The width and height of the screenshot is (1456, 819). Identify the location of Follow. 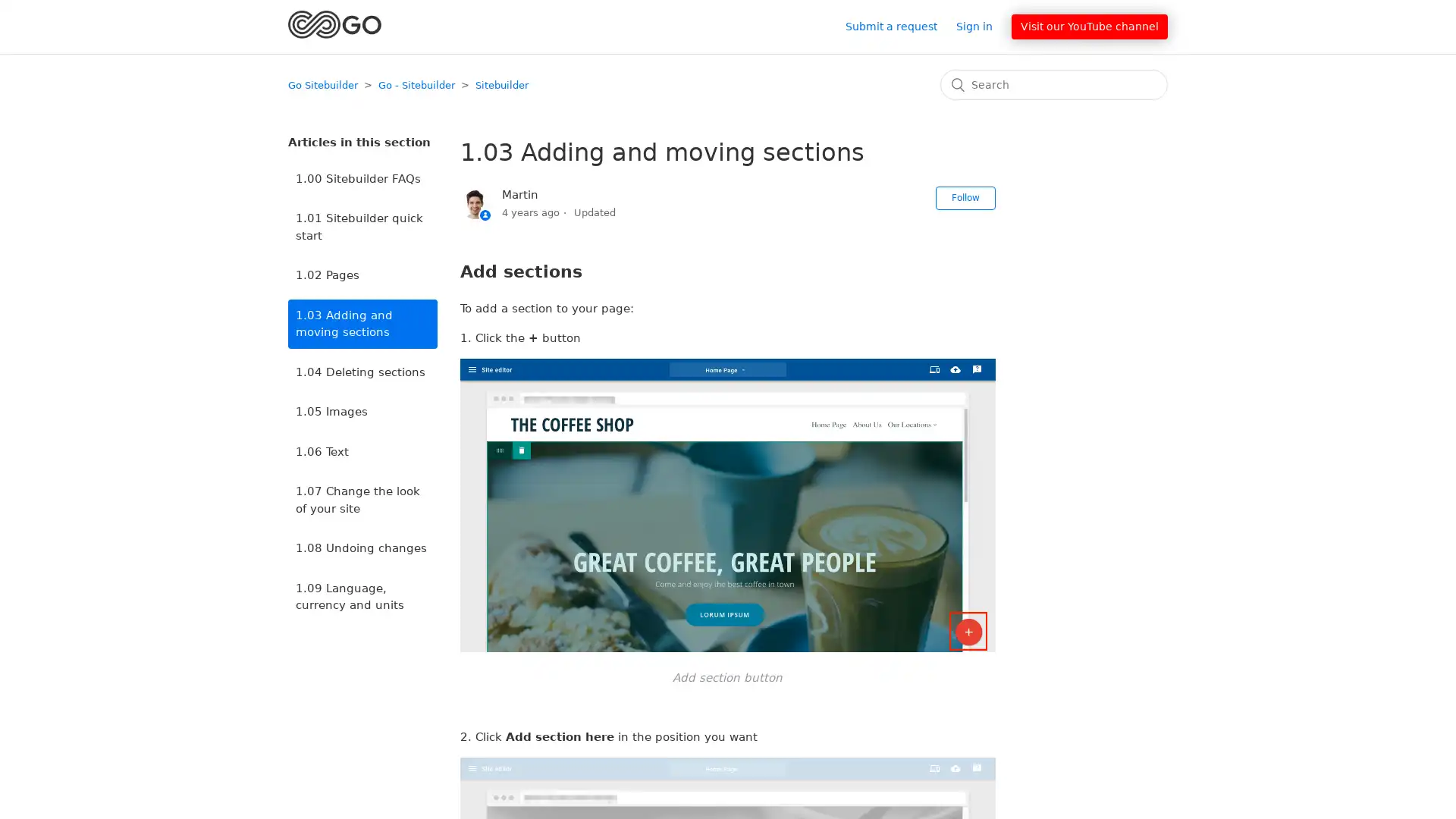
(964, 197).